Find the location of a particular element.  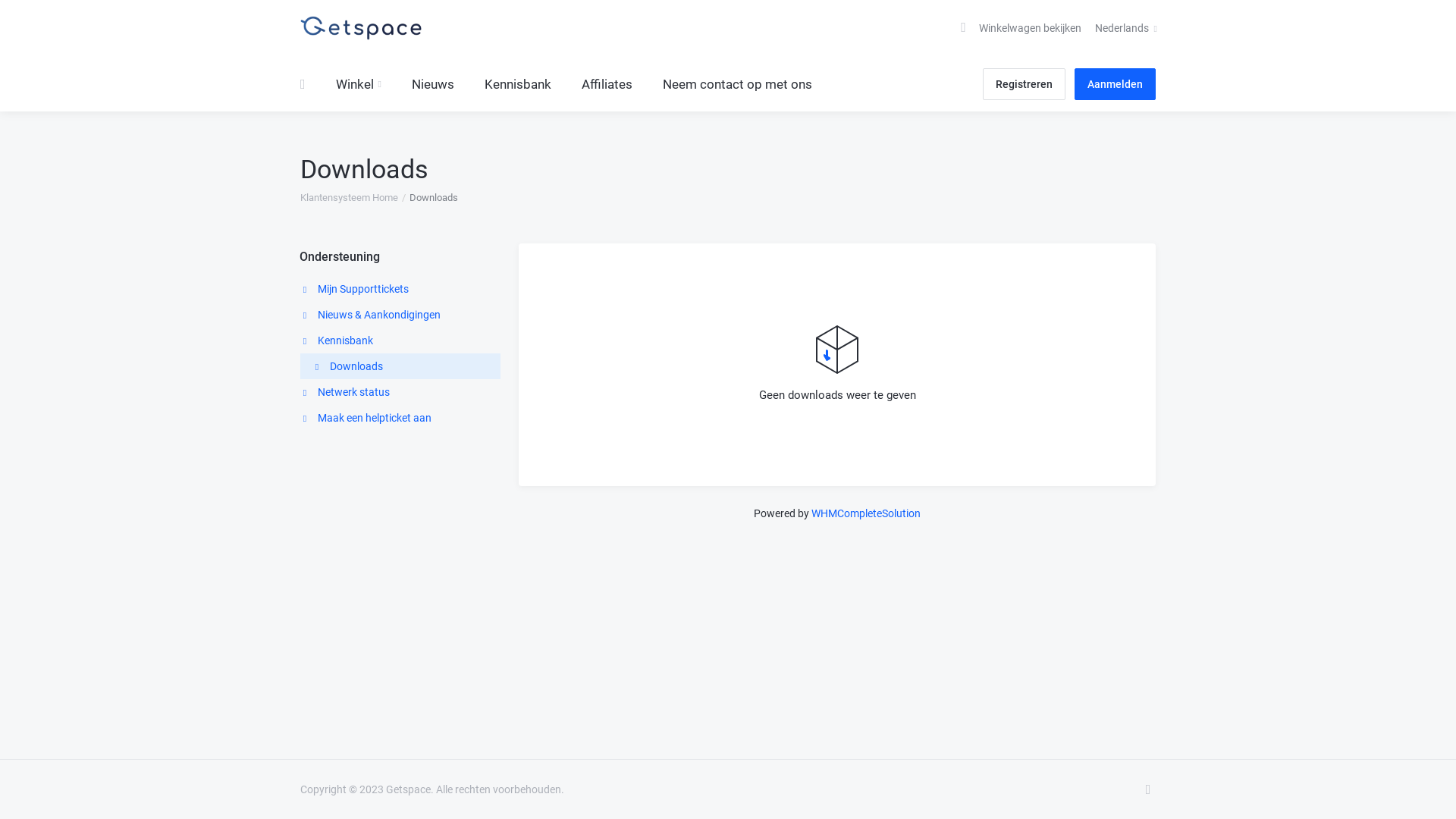

'Nieuws & Aankondigingen' is located at coordinates (400, 314).